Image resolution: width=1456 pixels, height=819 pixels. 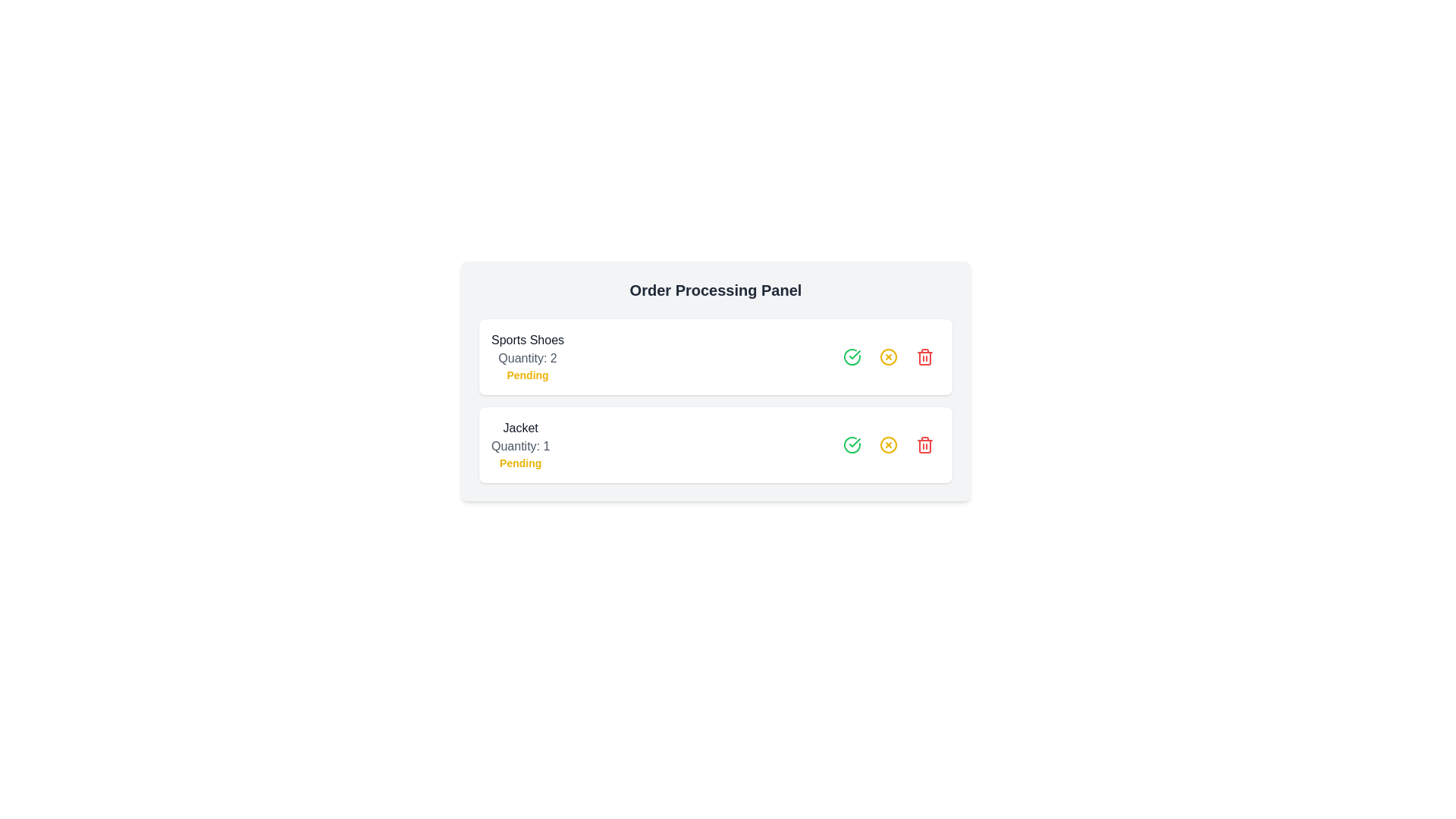 I want to click on the cancel or close icon located in the top item of the 'Order Processing Panel', positioned to the right of the item description and the green checkmark icon, and to the left of the trash bin icon, so click(x=888, y=356).